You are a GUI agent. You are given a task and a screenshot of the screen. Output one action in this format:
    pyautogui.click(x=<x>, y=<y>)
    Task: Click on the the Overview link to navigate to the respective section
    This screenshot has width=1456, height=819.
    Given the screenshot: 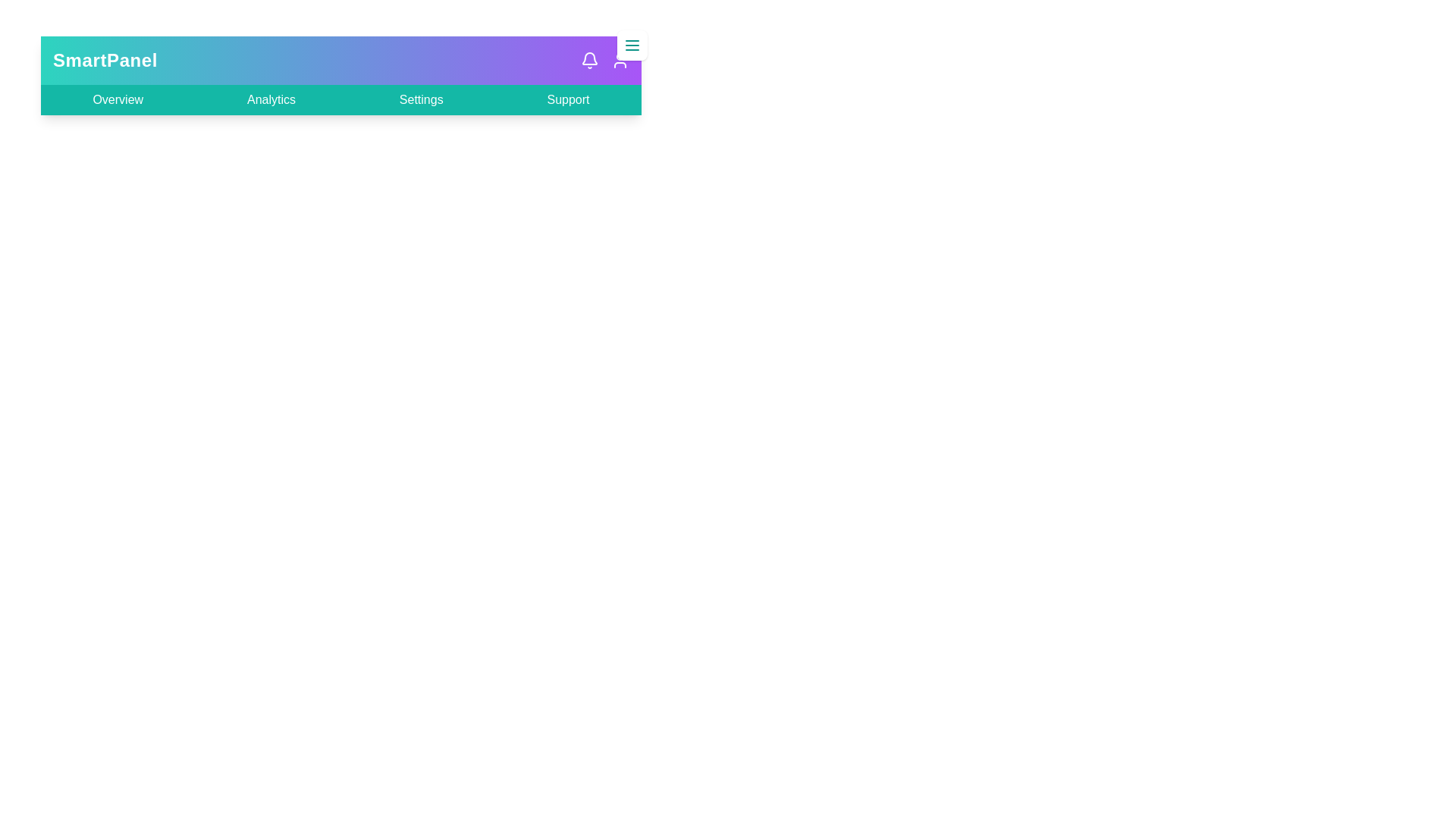 What is the action you would take?
    pyautogui.click(x=116, y=99)
    